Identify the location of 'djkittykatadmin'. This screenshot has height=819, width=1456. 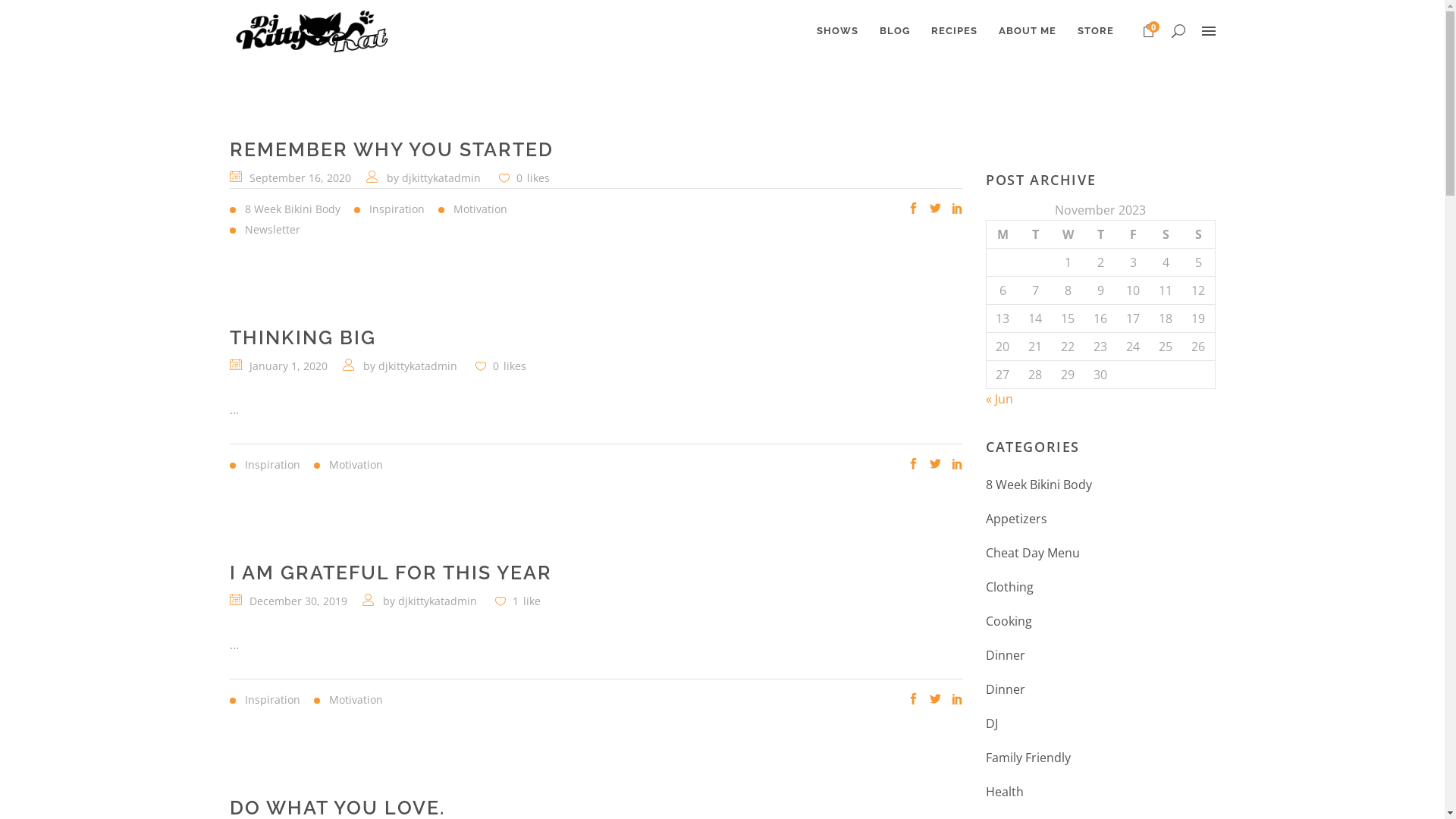
(440, 177).